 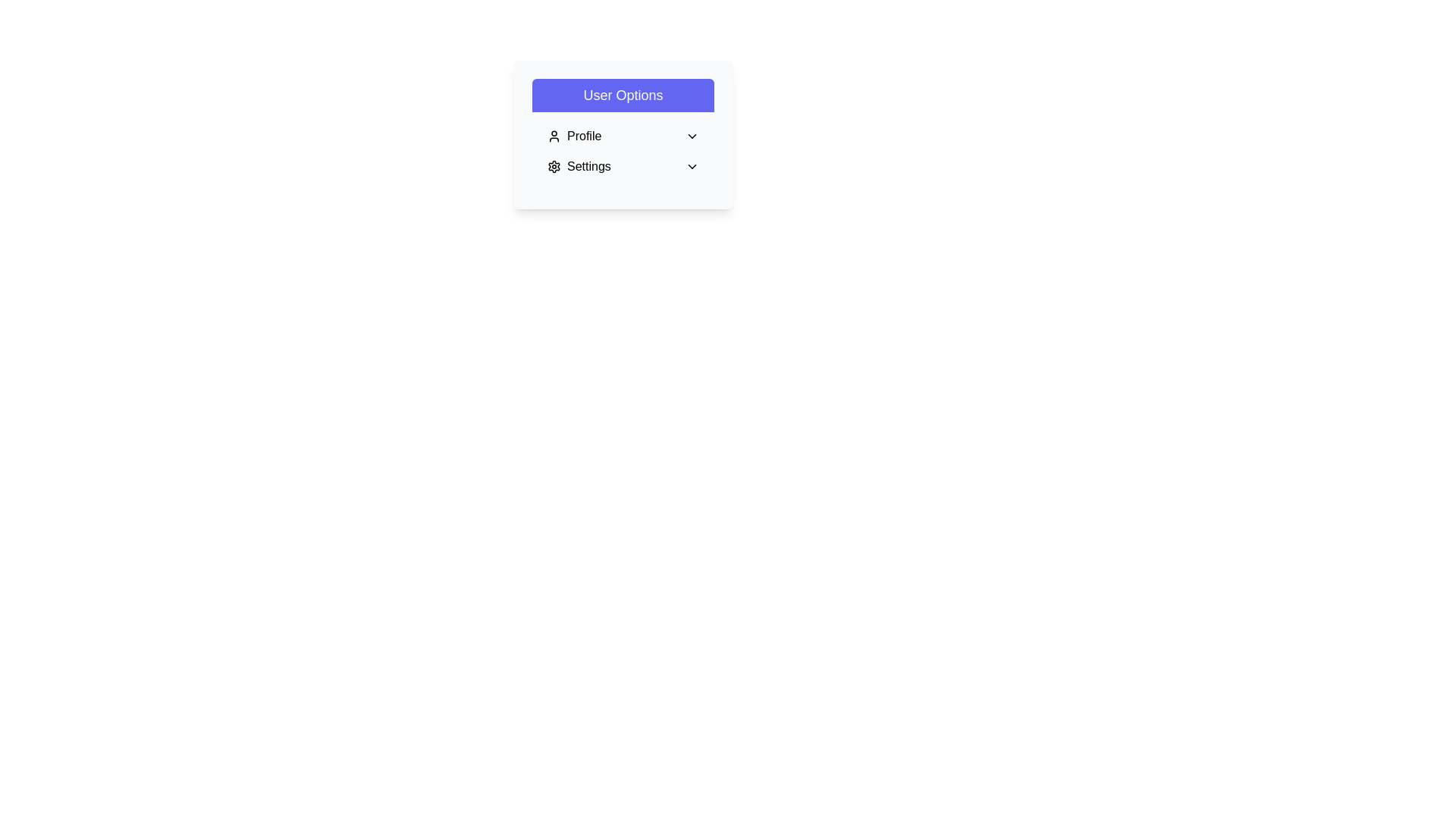 What do you see at coordinates (691, 166) in the screenshot?
I see `the downwards-pointing chevron icon, which is located to the far right of the 'Settings' row in the dropdown menu` at bounding box center [691, 166].